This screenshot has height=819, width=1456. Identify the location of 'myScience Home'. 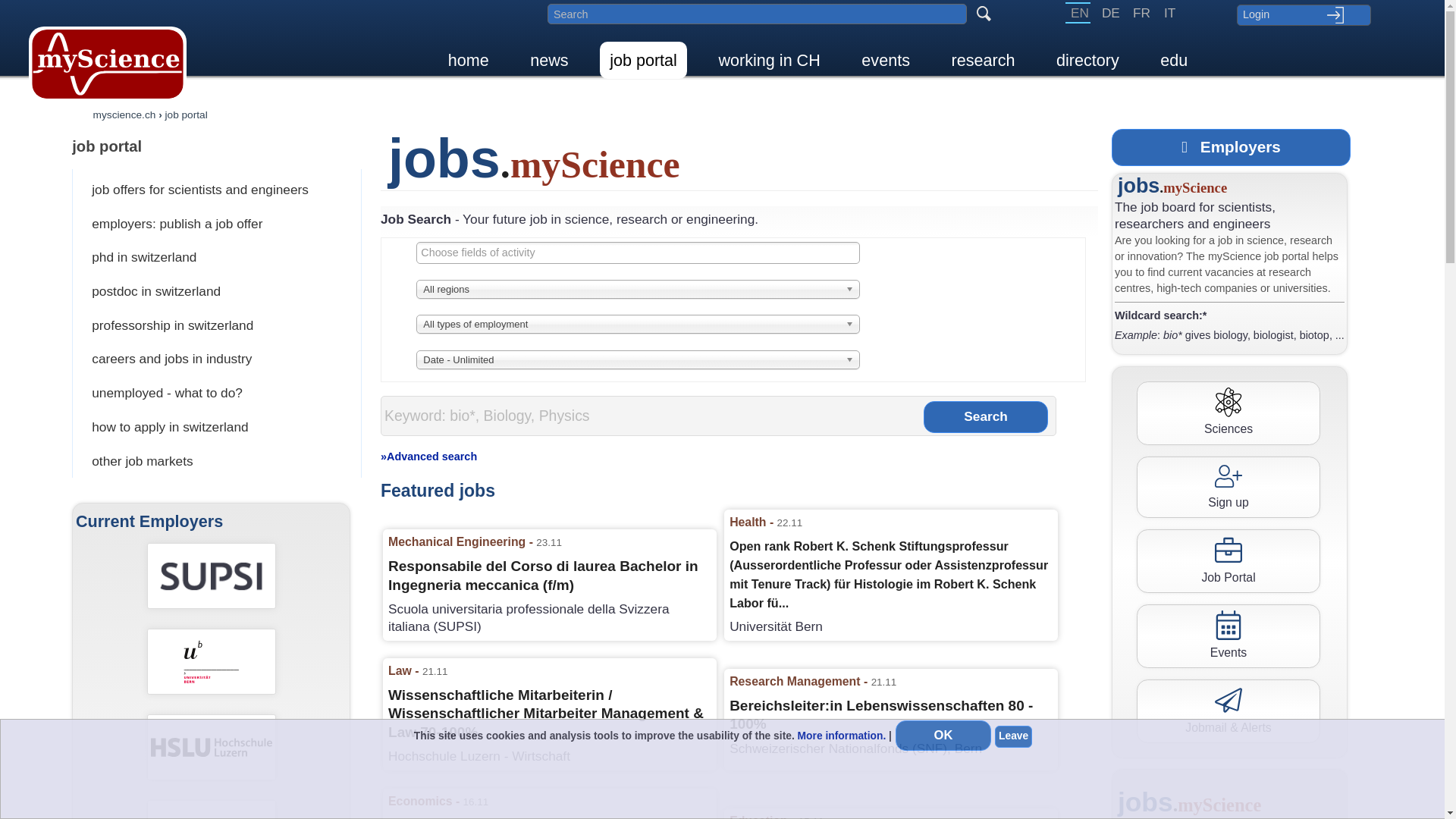
(107, 63).